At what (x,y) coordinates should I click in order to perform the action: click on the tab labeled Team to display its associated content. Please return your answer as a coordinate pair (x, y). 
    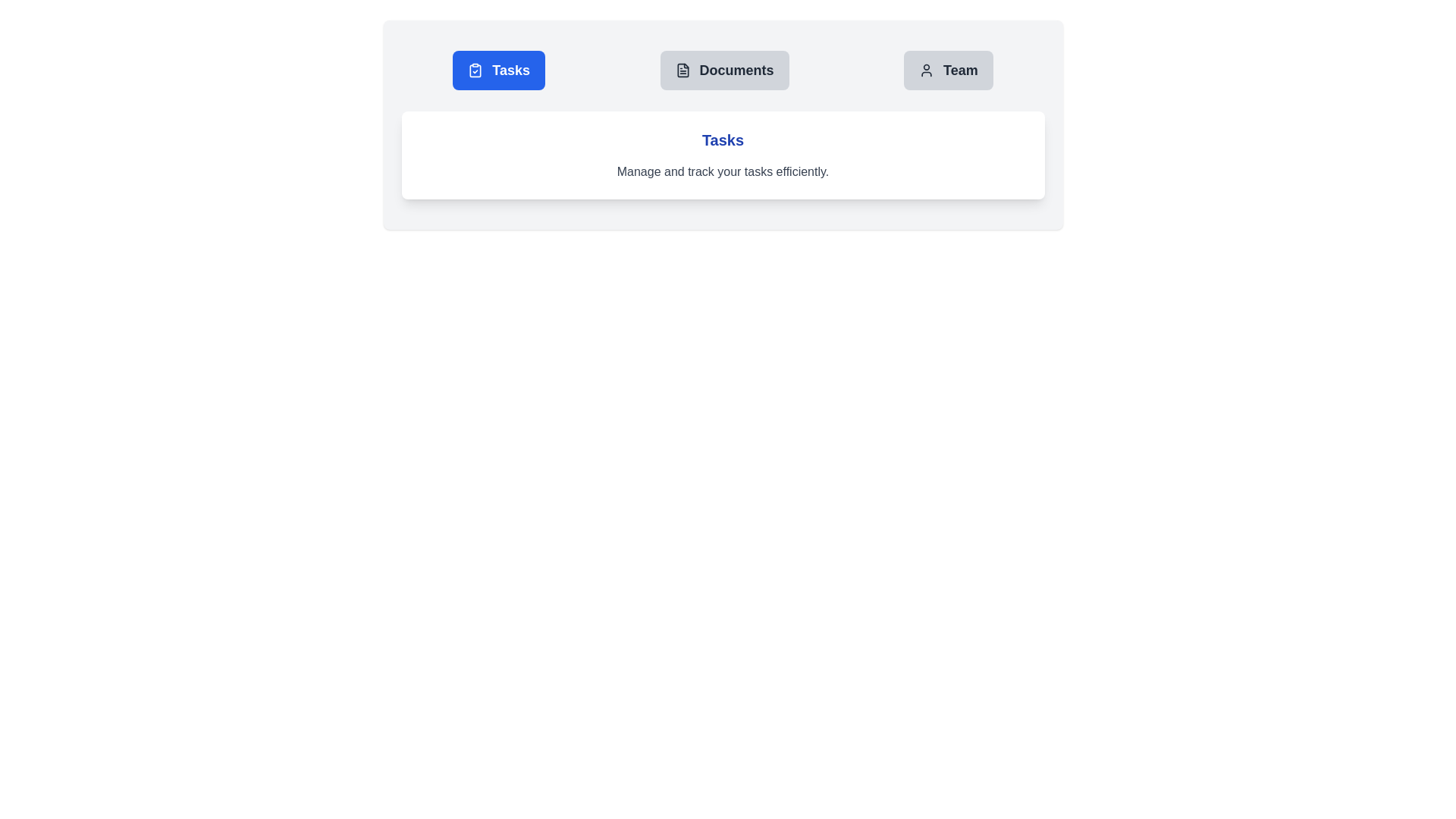
    Looking at the image, I should click on (947, 70).